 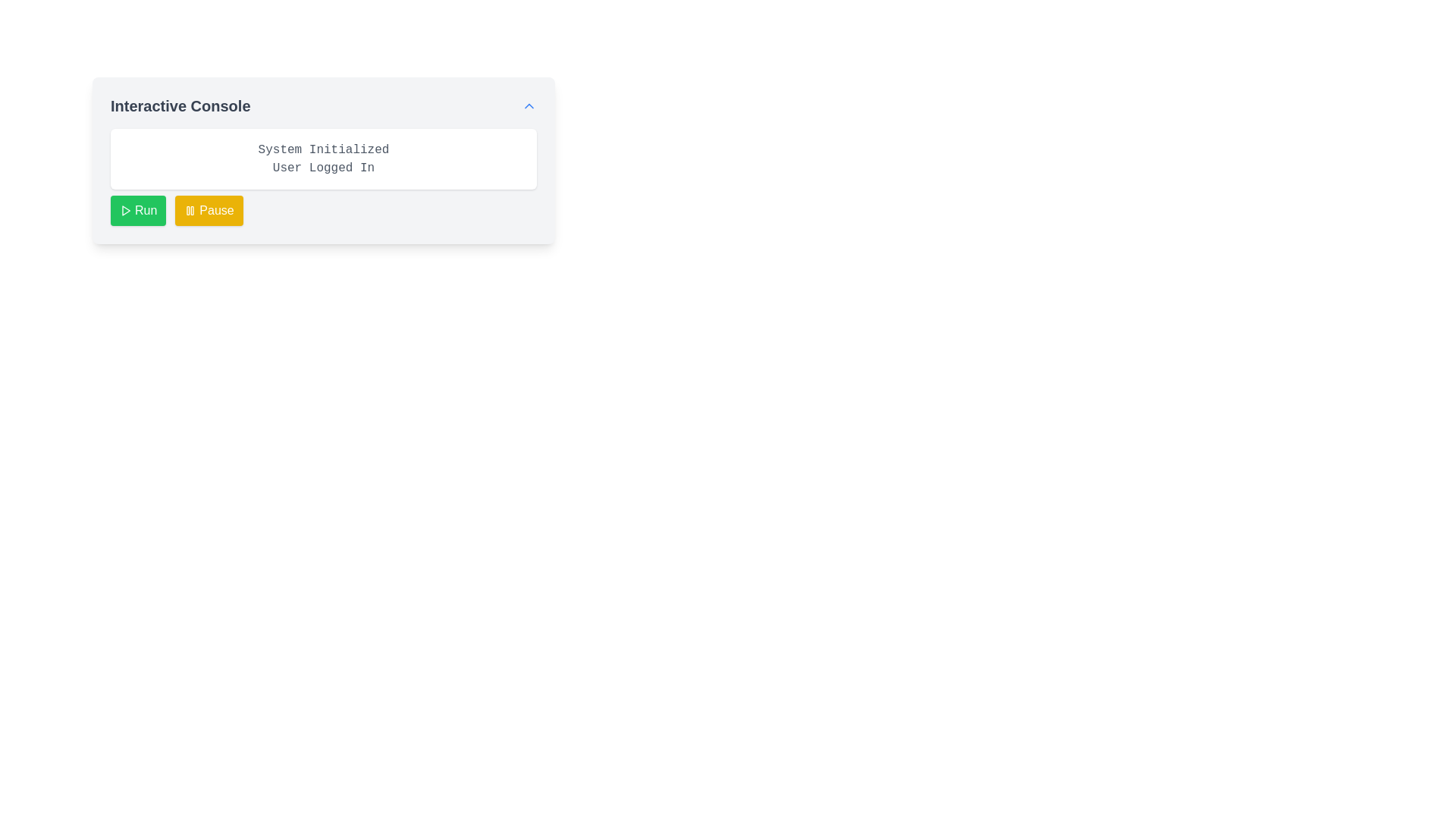 What do you see at coordinates (209, 210) in the screenshot?
I see `the 'Pause' button` at bounding box center [209, 210].